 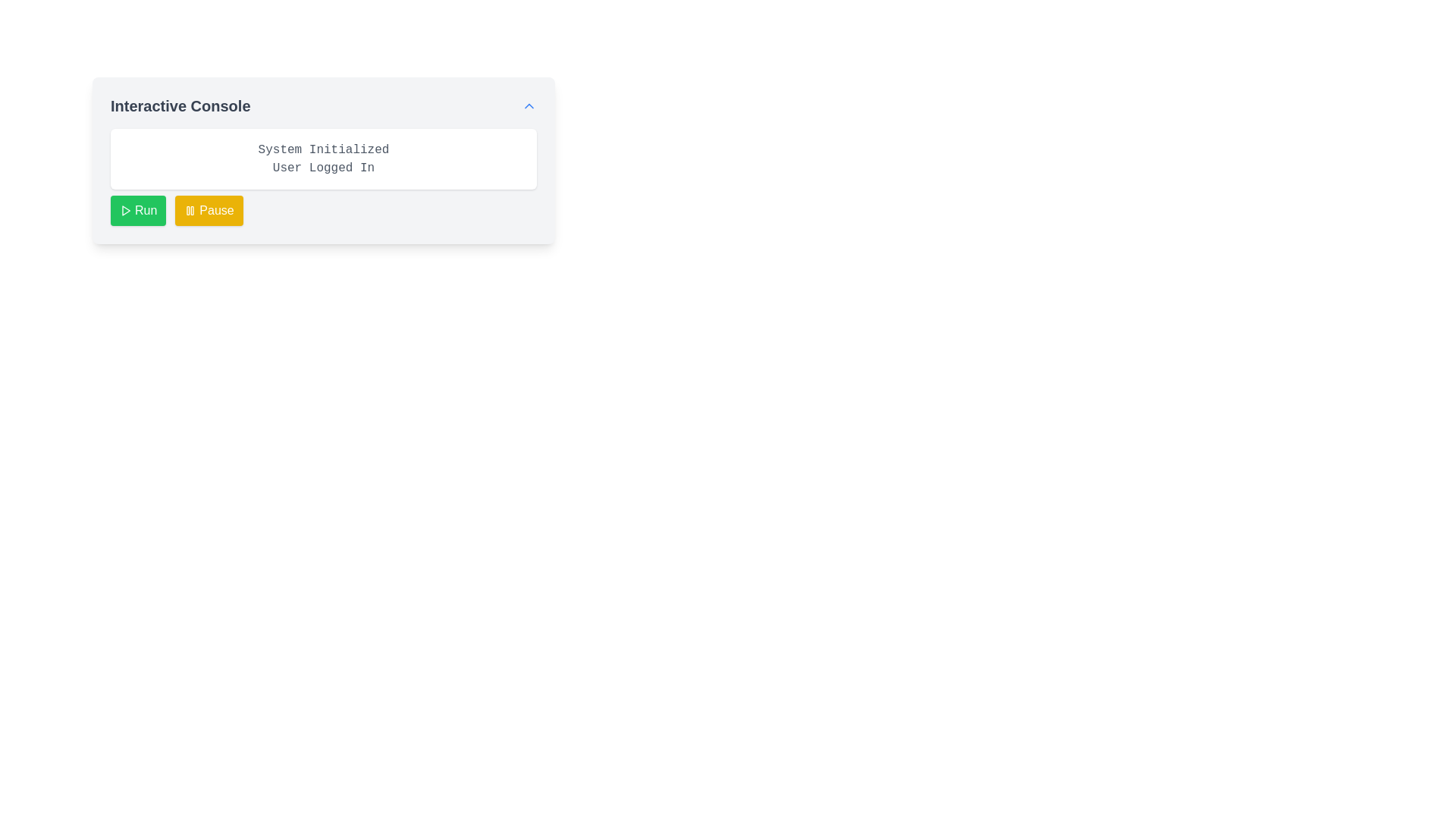 What do you see at coordinates (209, 210) in the screenshot?
I see `the 'Pause' button` at bounding box center [209, 210].